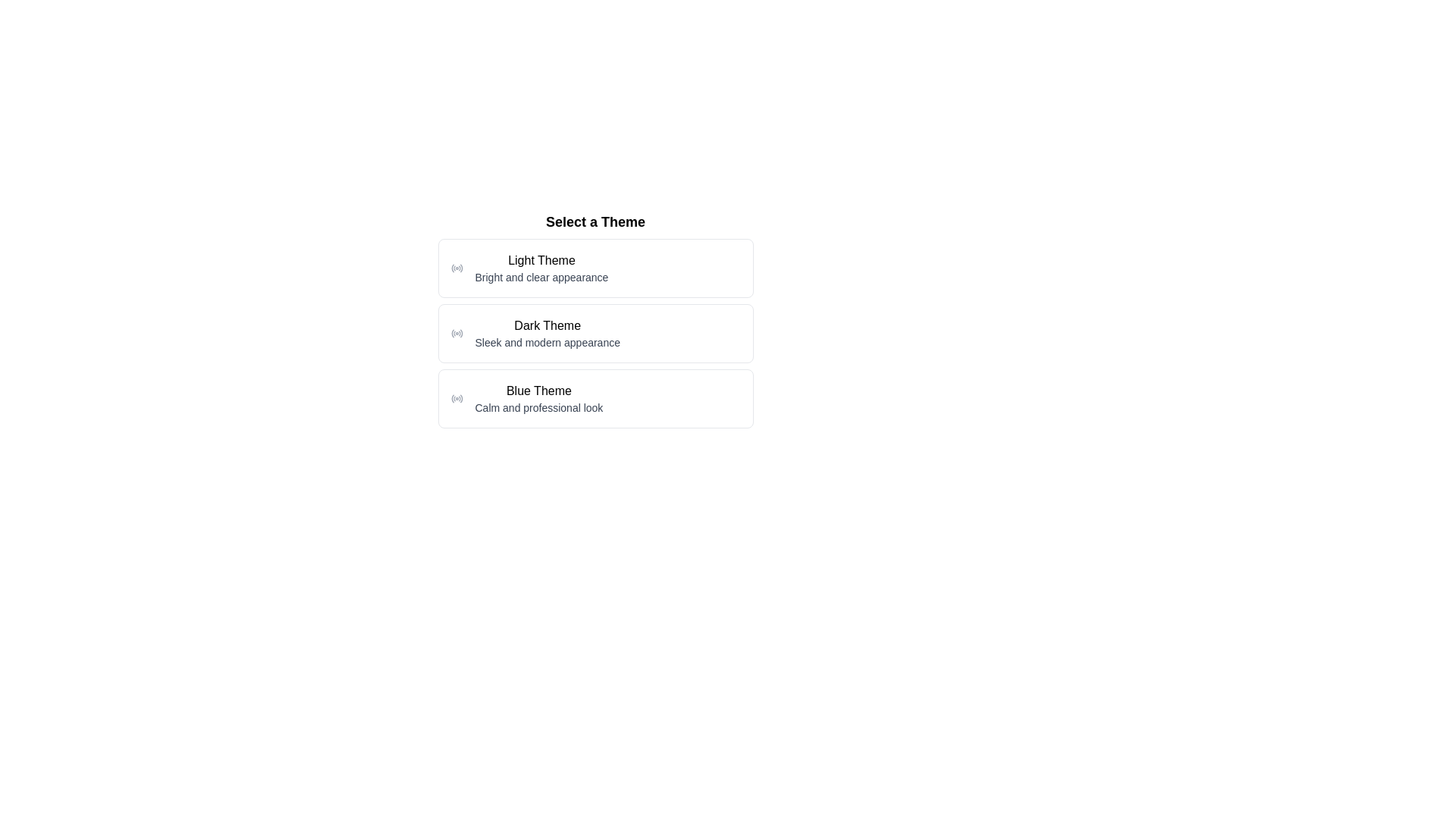 The image size is (1456, 819). What do you see at coordinates (541, 259) in the screenshot?
I see `the static text label that serves as a title for the 'Light Theme' option, visually distinguishing it from the detailed description below` at bounding box center [541, 259].